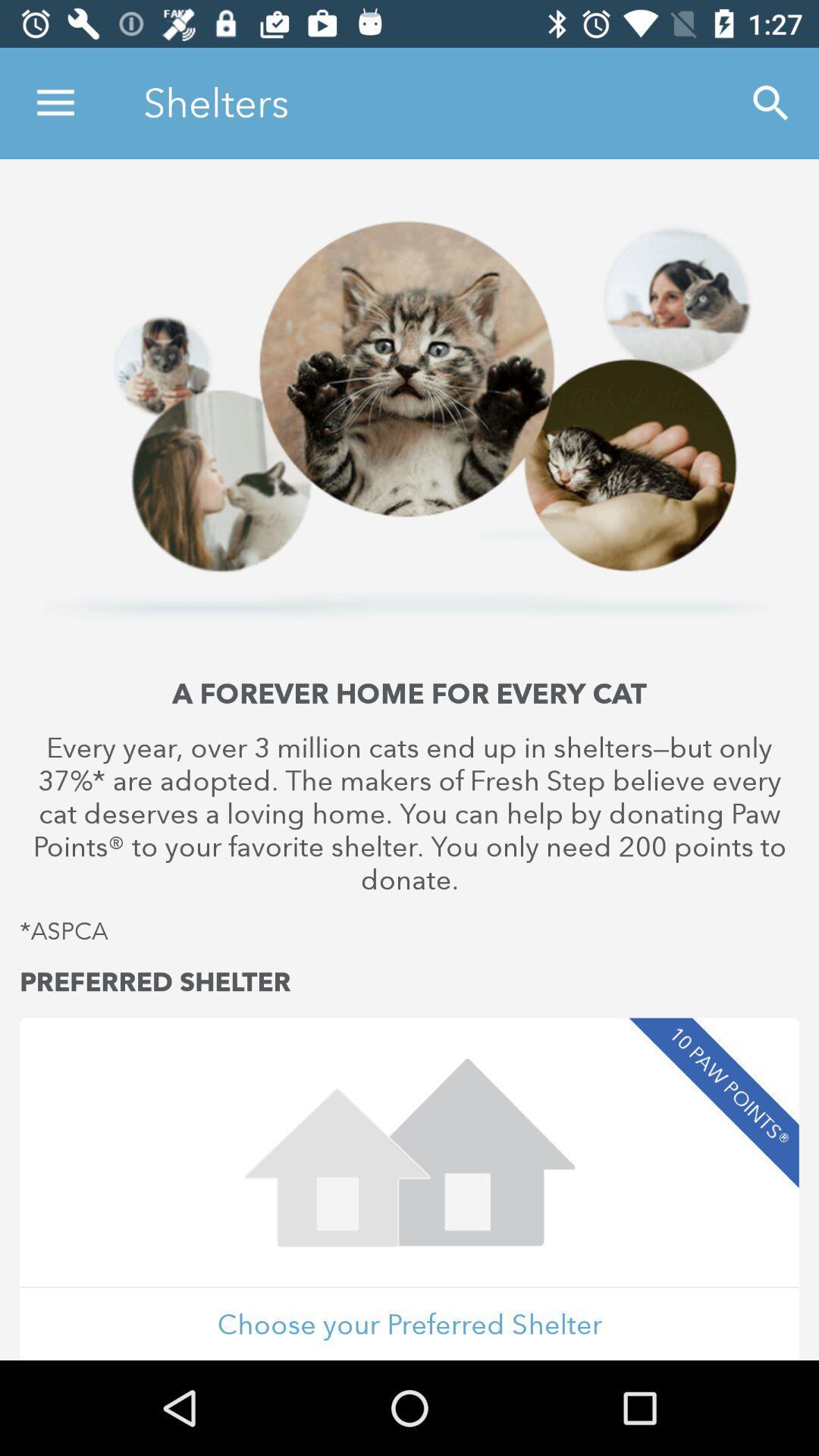  Describe the element at coordinates (771, 102) in the screenshot. I see `the icon next to the shelters icon` at that location.